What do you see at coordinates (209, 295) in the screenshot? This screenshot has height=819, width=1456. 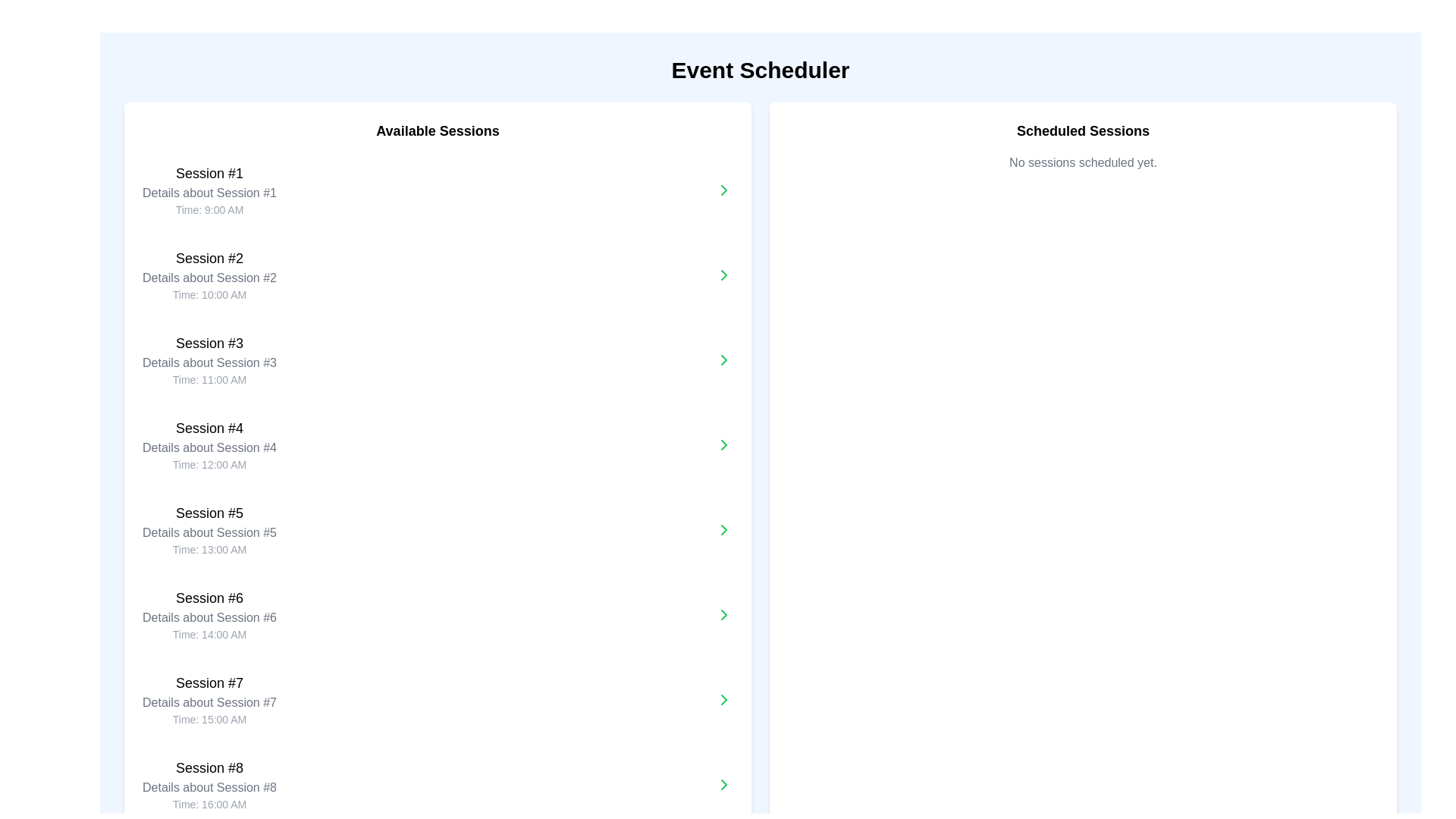 I see `the static text label displaying the scheduled time for 'Session #2', which is located under the 'Available Sessions' section` at bounding box center [209, 295].